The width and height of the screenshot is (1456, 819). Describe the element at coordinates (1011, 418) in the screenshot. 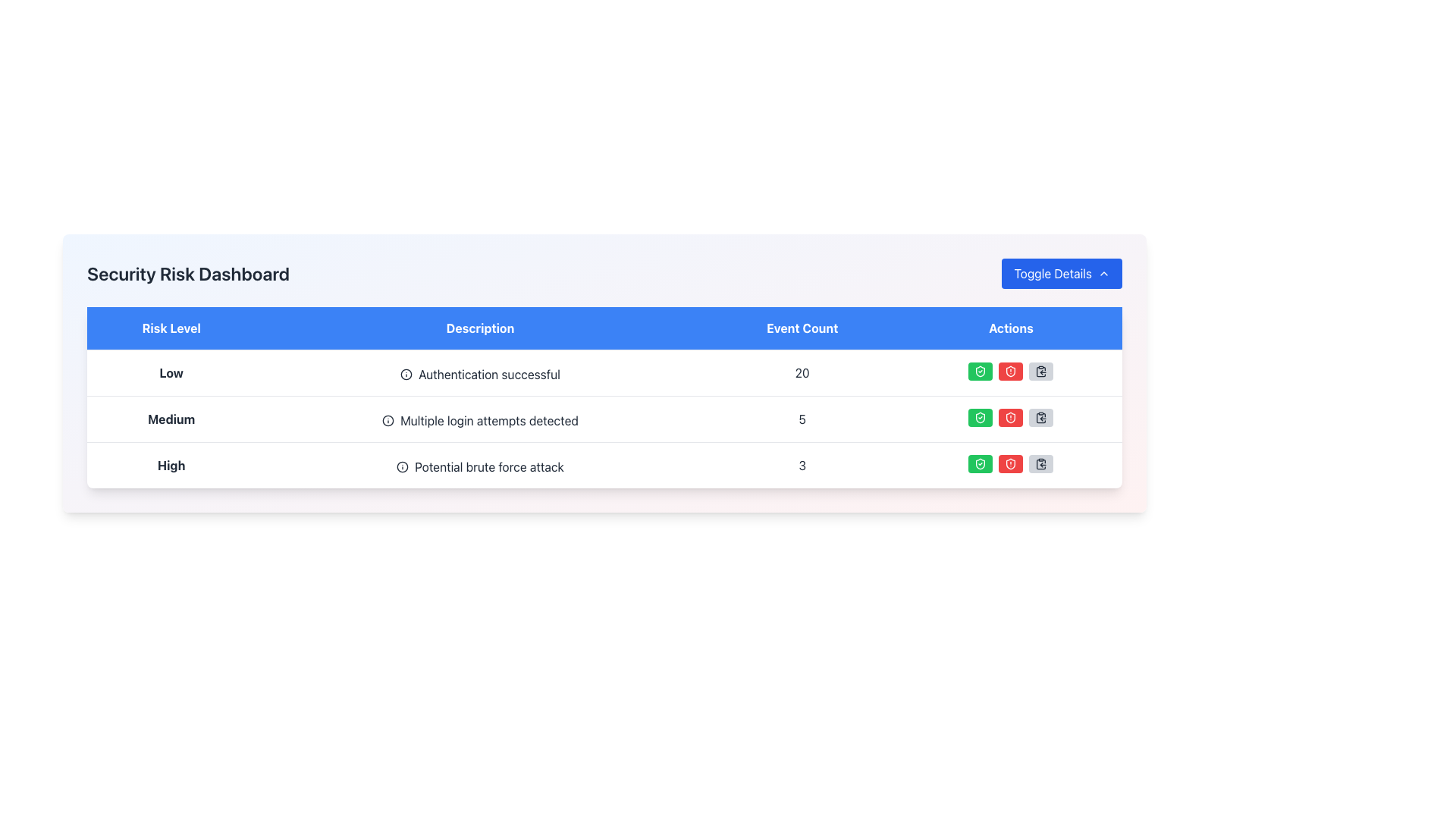

I see `any button in the Group of buttons associated with the 'Medium' risk event located in the 'Actions' column of the table row labeled 'Medium' with the description 'Multiple login attempts detected.'` at that location.